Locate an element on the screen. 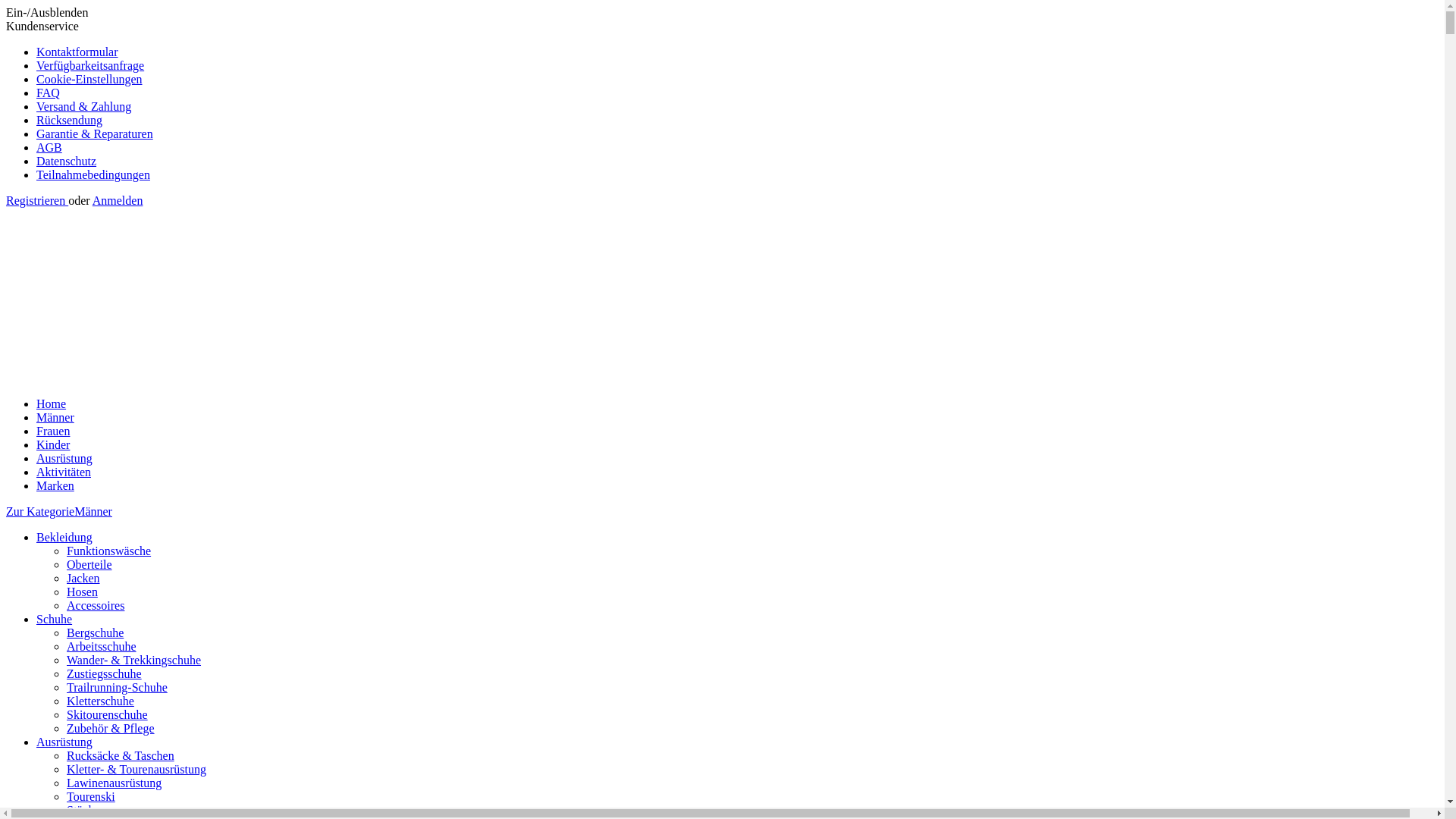  'Frauen' is located at coordinates (53, 431).